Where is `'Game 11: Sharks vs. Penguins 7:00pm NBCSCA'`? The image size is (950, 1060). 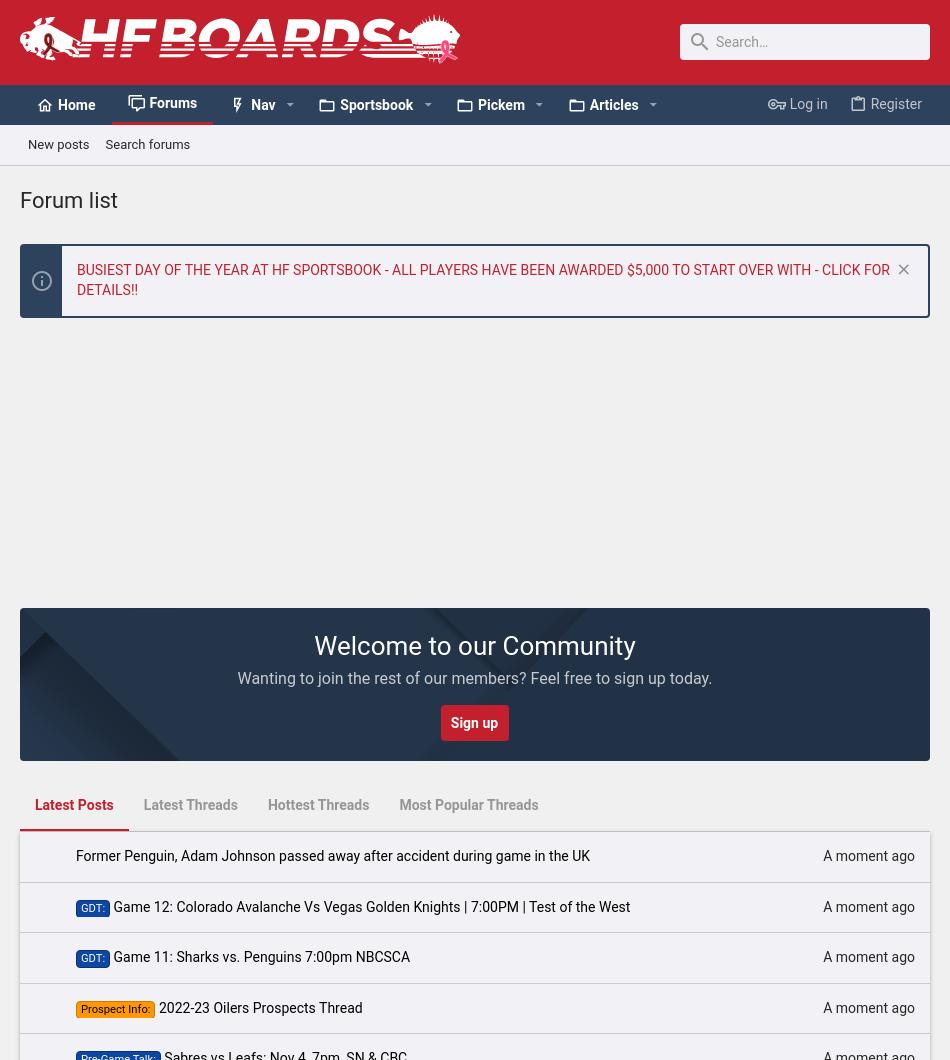 'Game 11: Sharks vs. Penguins 7:00pm NBCSCA' is located at coordinates (260, 955).